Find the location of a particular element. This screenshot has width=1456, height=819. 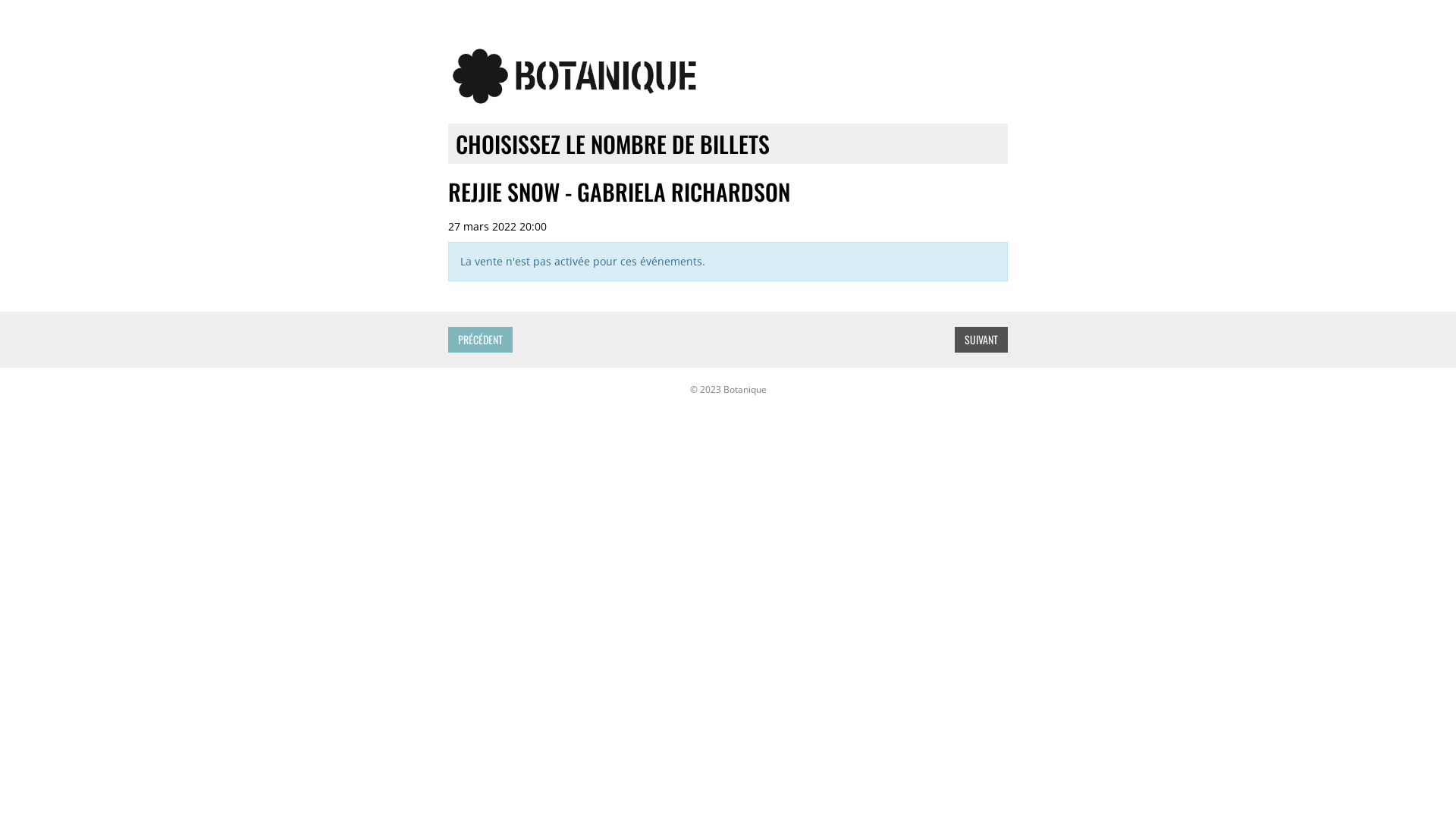

'SUIVANT' is located at coordinates (981, 338).